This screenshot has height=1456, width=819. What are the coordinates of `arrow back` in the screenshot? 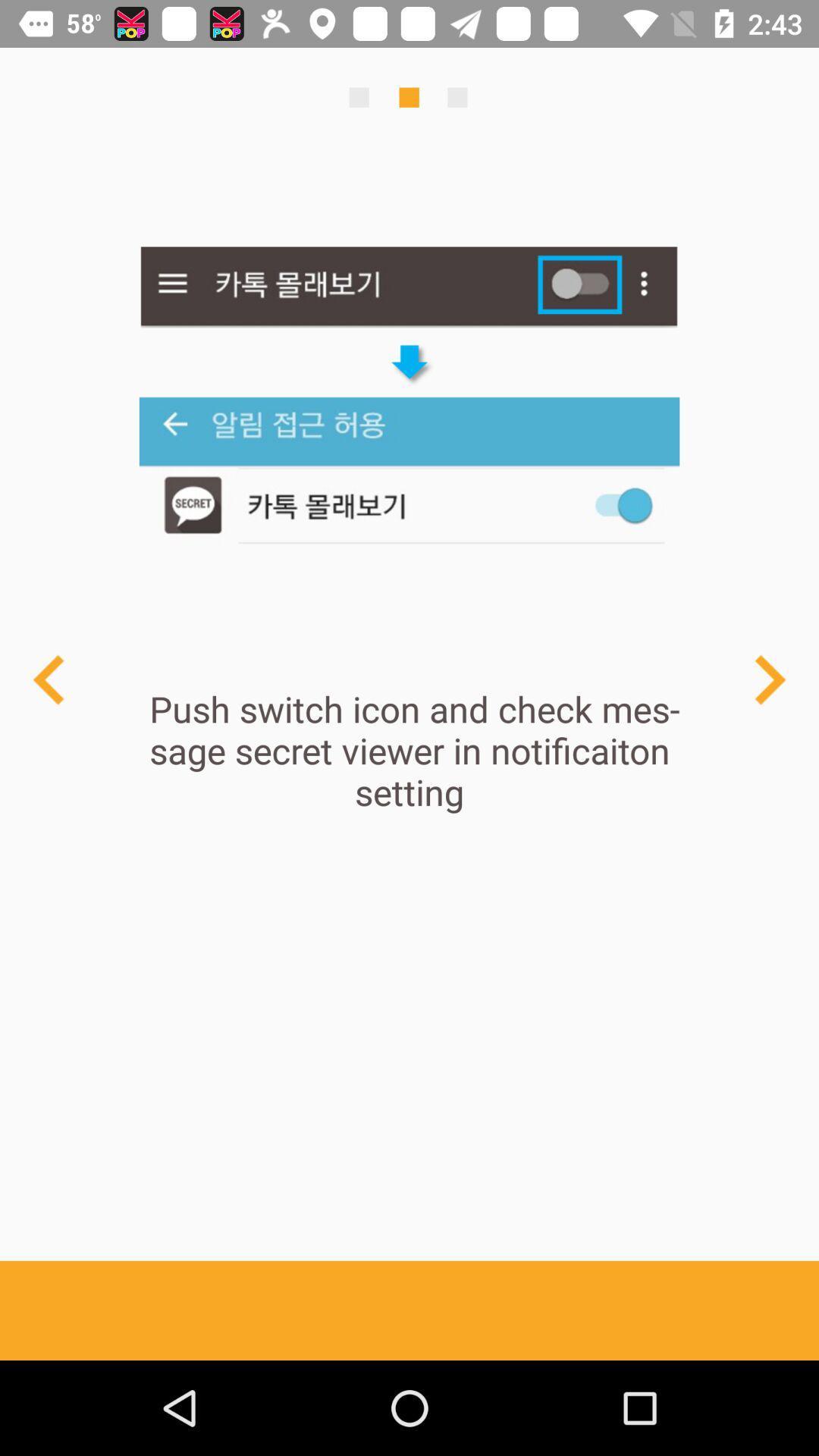 It's located at (49, 679).